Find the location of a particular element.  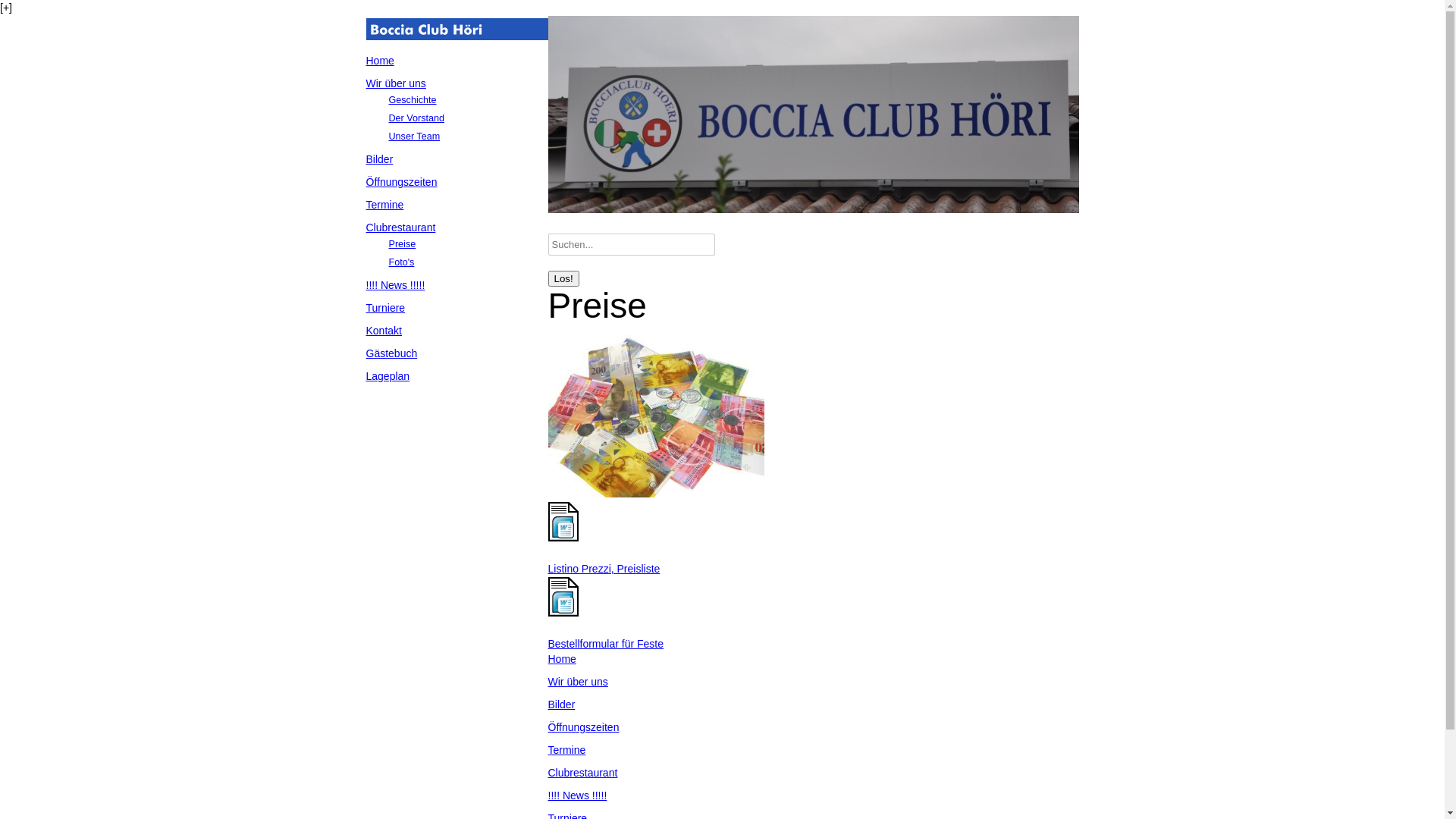

'Unser Team' is located at coordinates (414, 136).